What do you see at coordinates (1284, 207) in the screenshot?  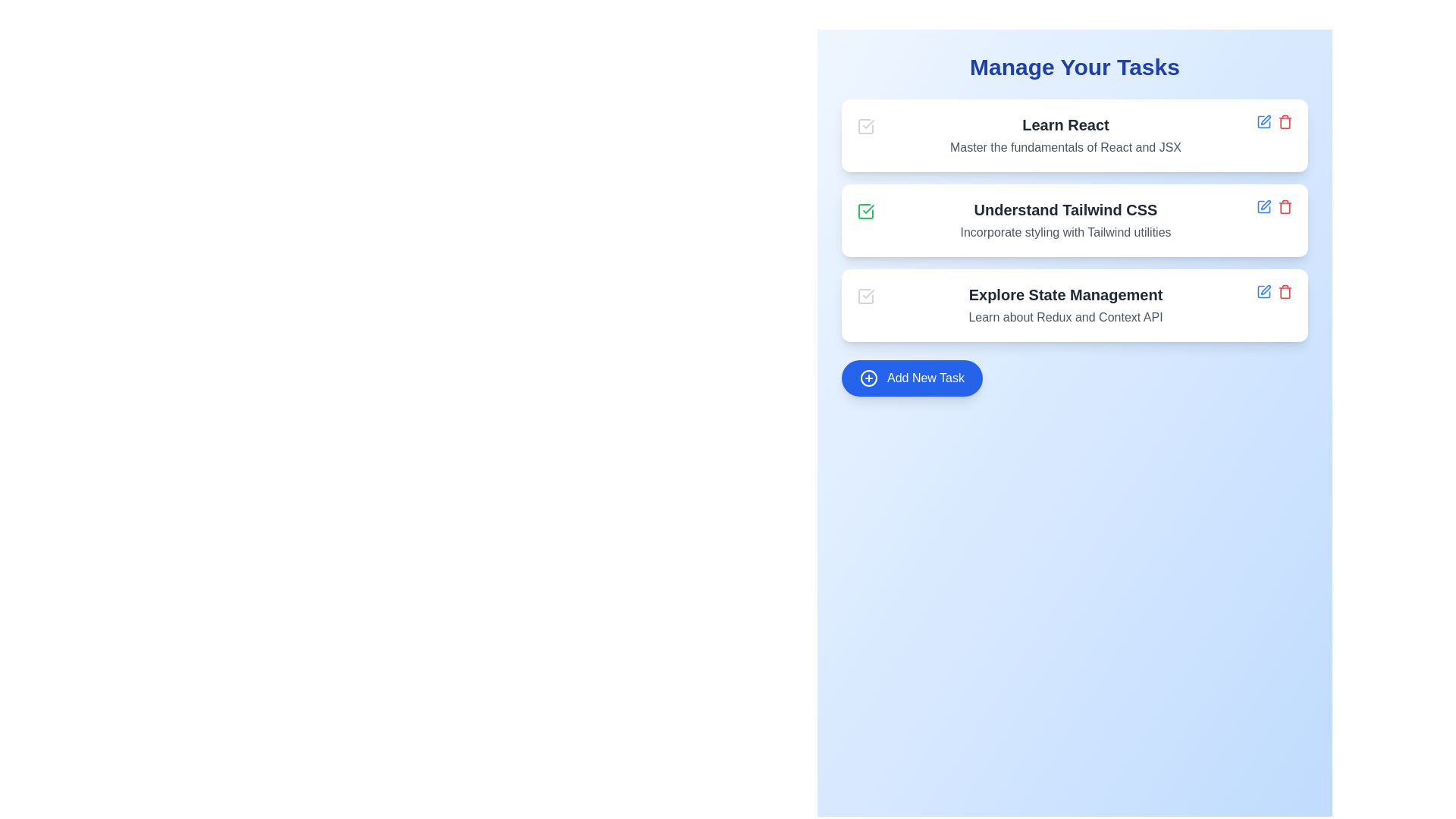 I see `the delete icon button located to the right of the blue pen icon in the task card for 'Understand Tailwind CSS'` at bounding box center [1284, 207].